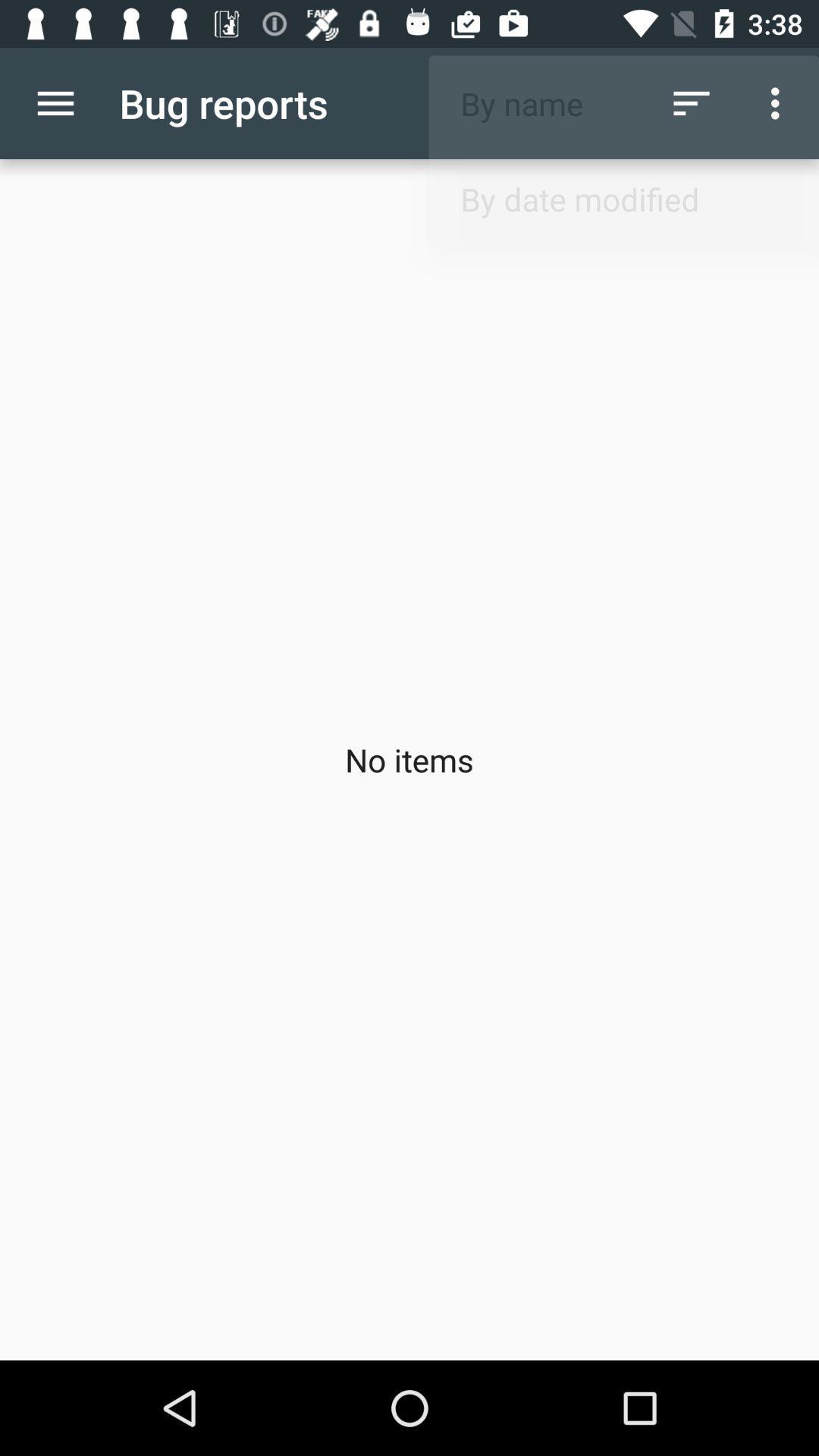 The image size is (819, 1456). Describe the element at coordinates (55, 102) in the screenshot. I see `app next to bug reports item` at that location.